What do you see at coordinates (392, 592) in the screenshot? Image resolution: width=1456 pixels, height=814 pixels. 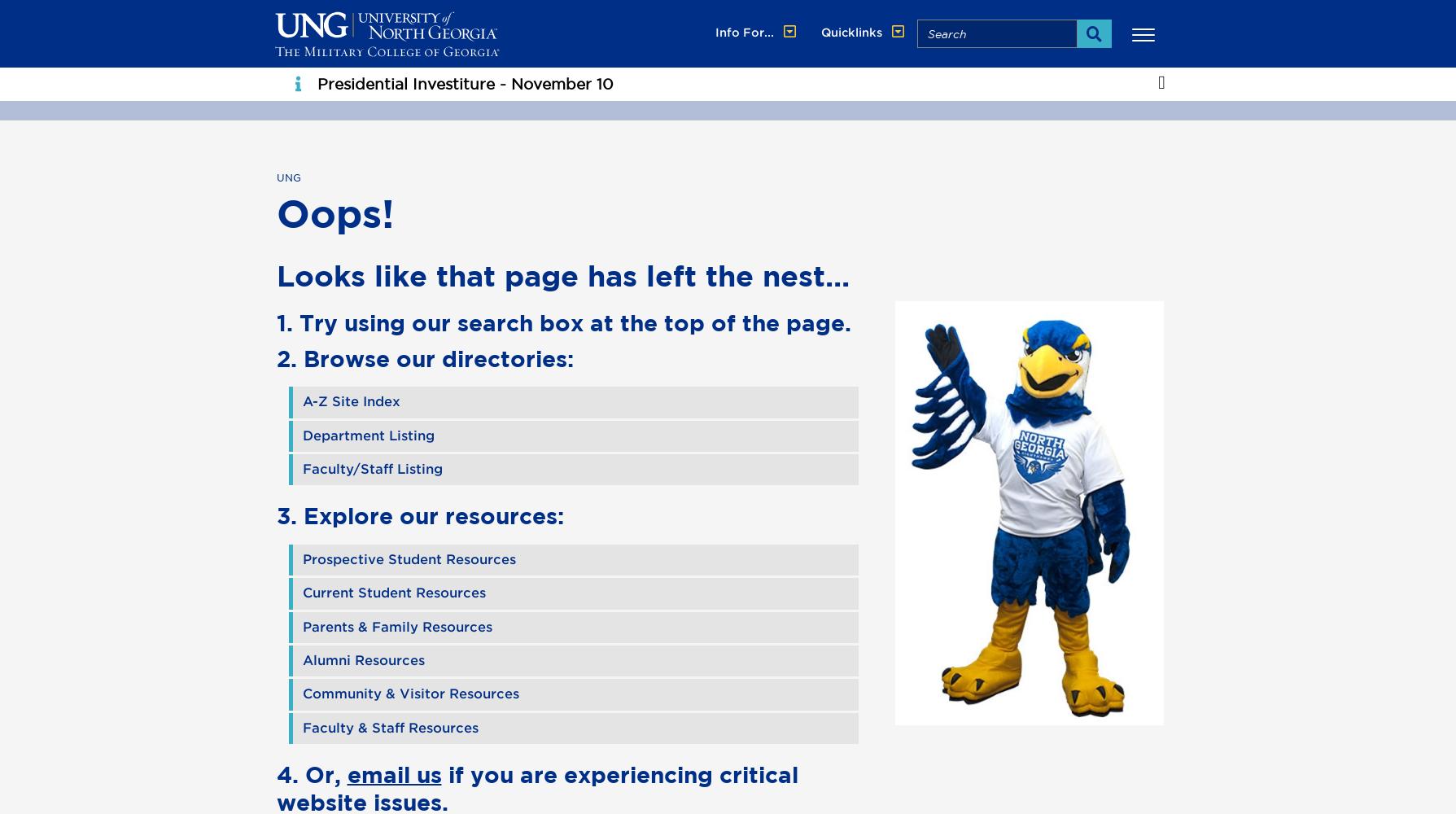 I see `'Current Student Resources'` at bounding box center [392, 592].